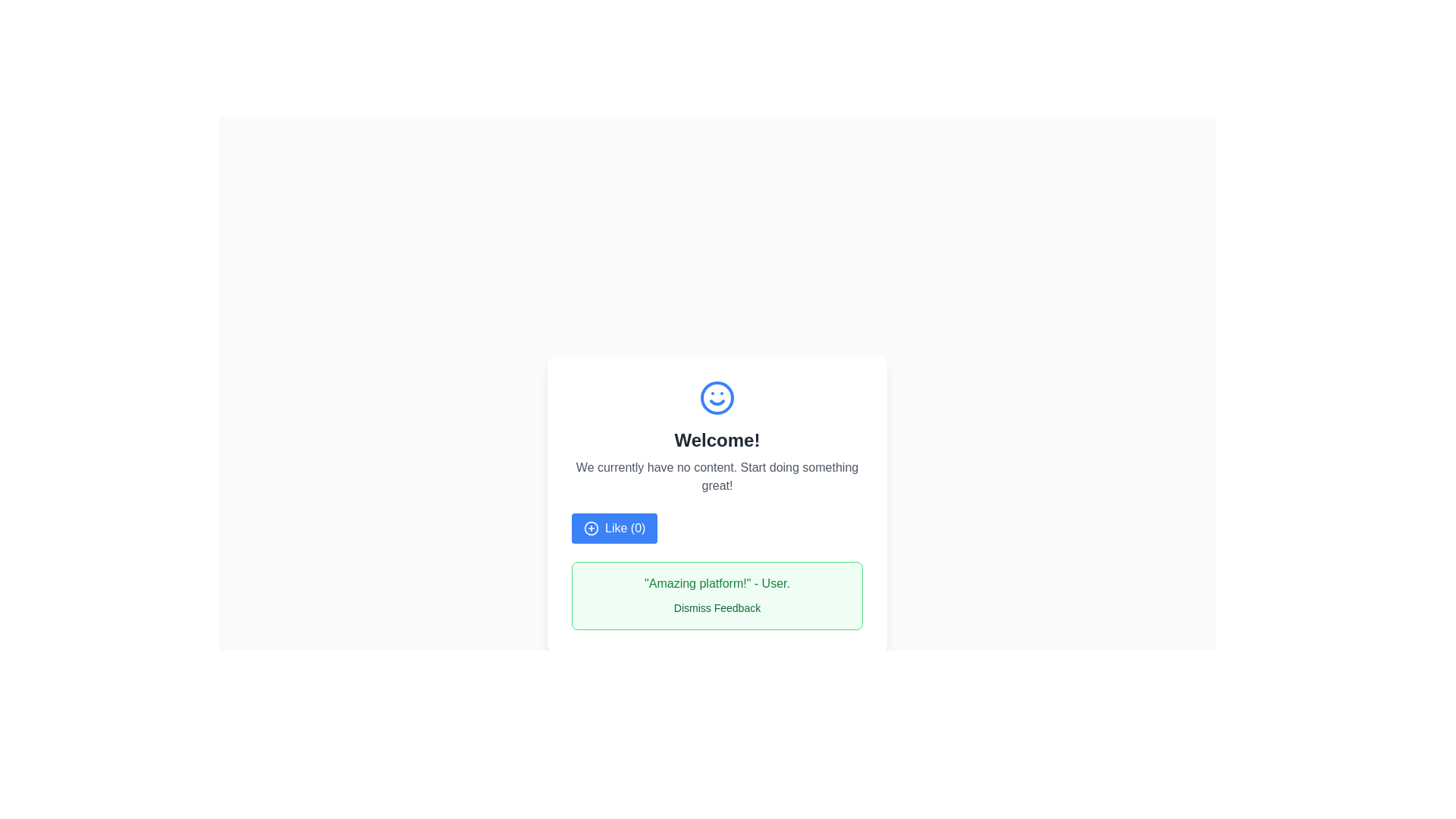 Image resolution: width=1456 pixels, height=819 pixels. What do you see at coordinates (590, 528) in the screenshot?
I see `the 'Like' icon located within the 'Like (0)' button, which is positioned under the 'Welcome!' heading and above the feedback section` at bounding box center [590, 528].